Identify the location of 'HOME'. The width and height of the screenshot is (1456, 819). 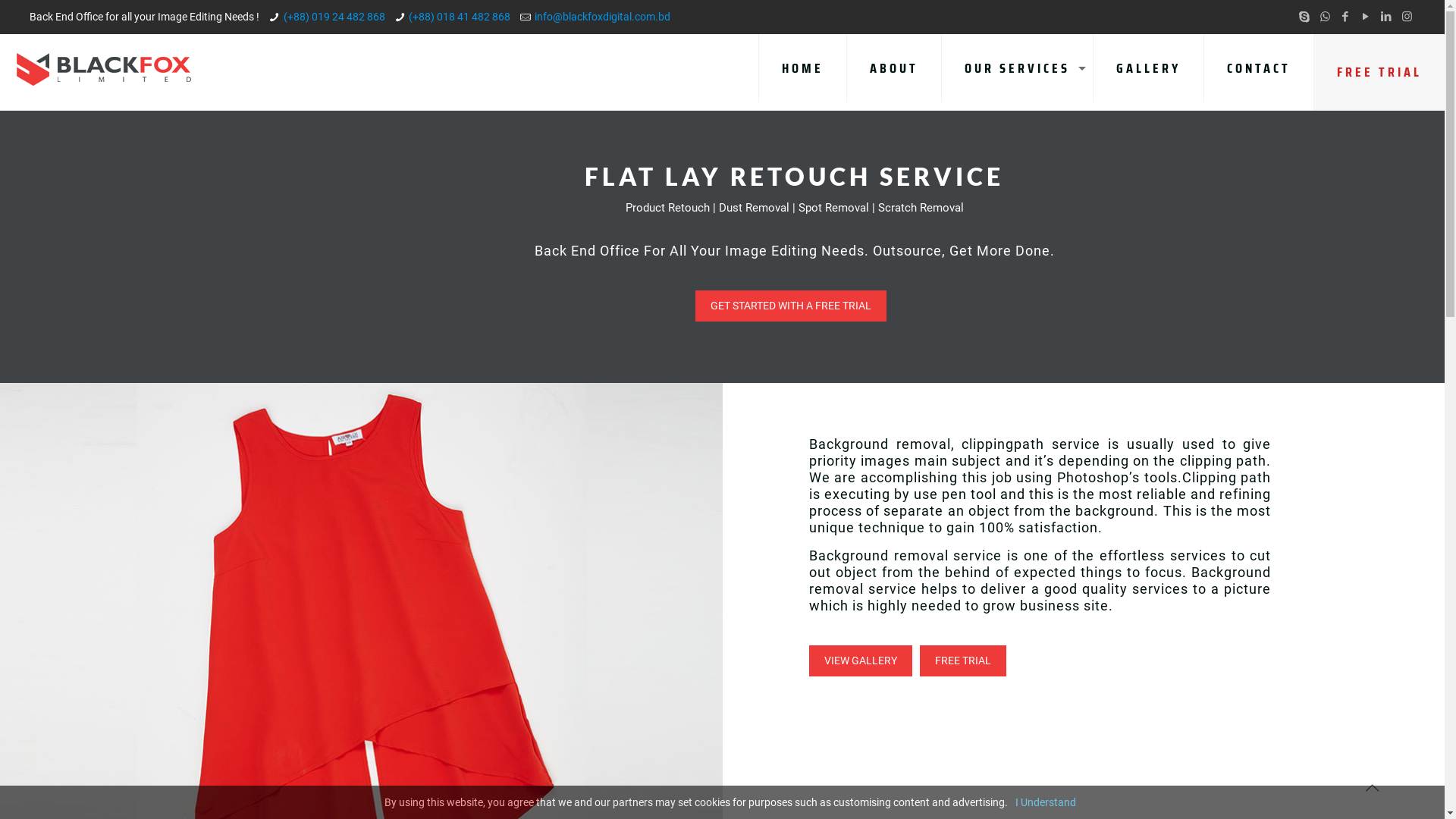
(802, 67).